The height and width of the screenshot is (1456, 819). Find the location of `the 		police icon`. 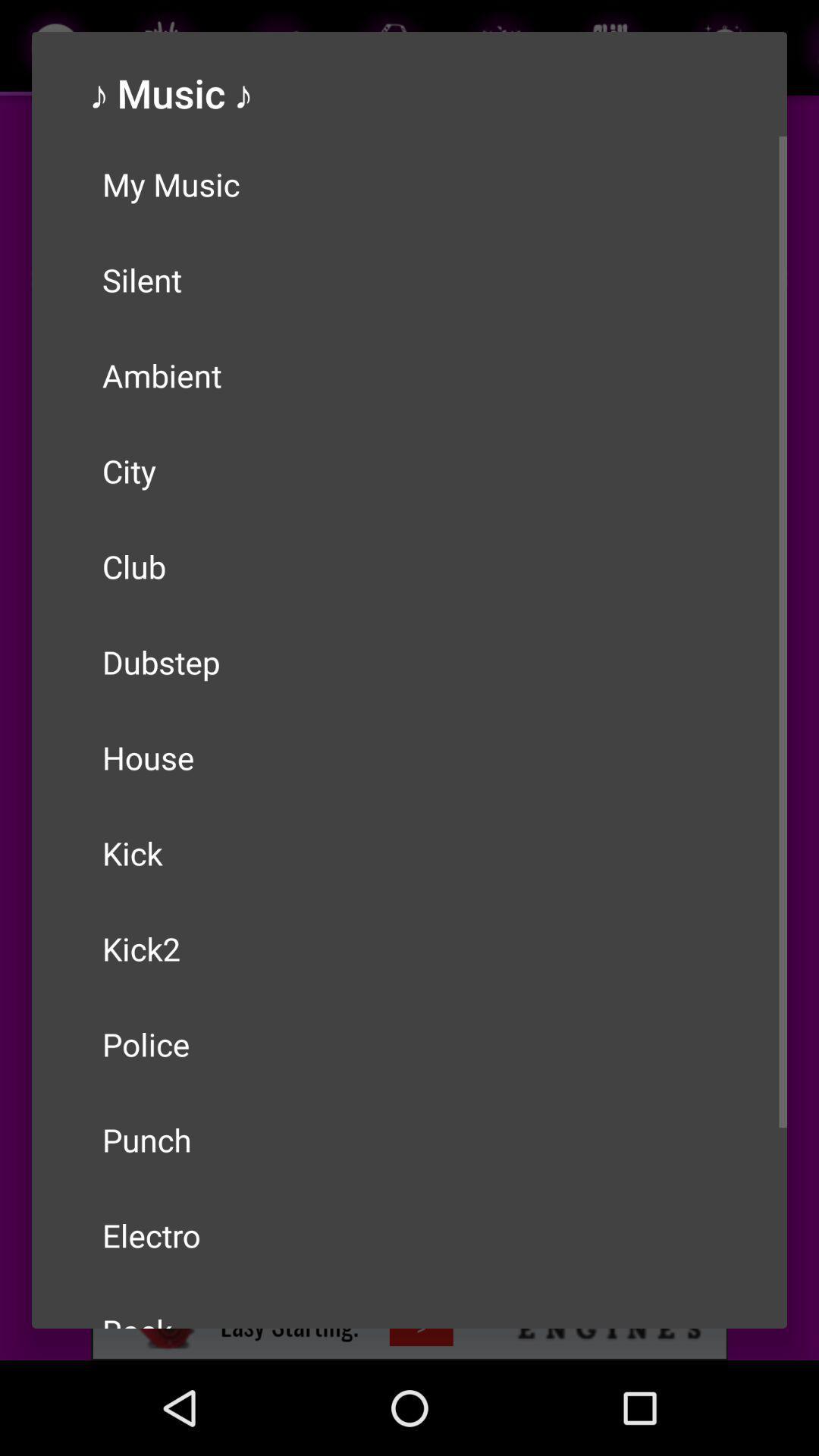

the 		police icon is located at coordinates (409, 1043).